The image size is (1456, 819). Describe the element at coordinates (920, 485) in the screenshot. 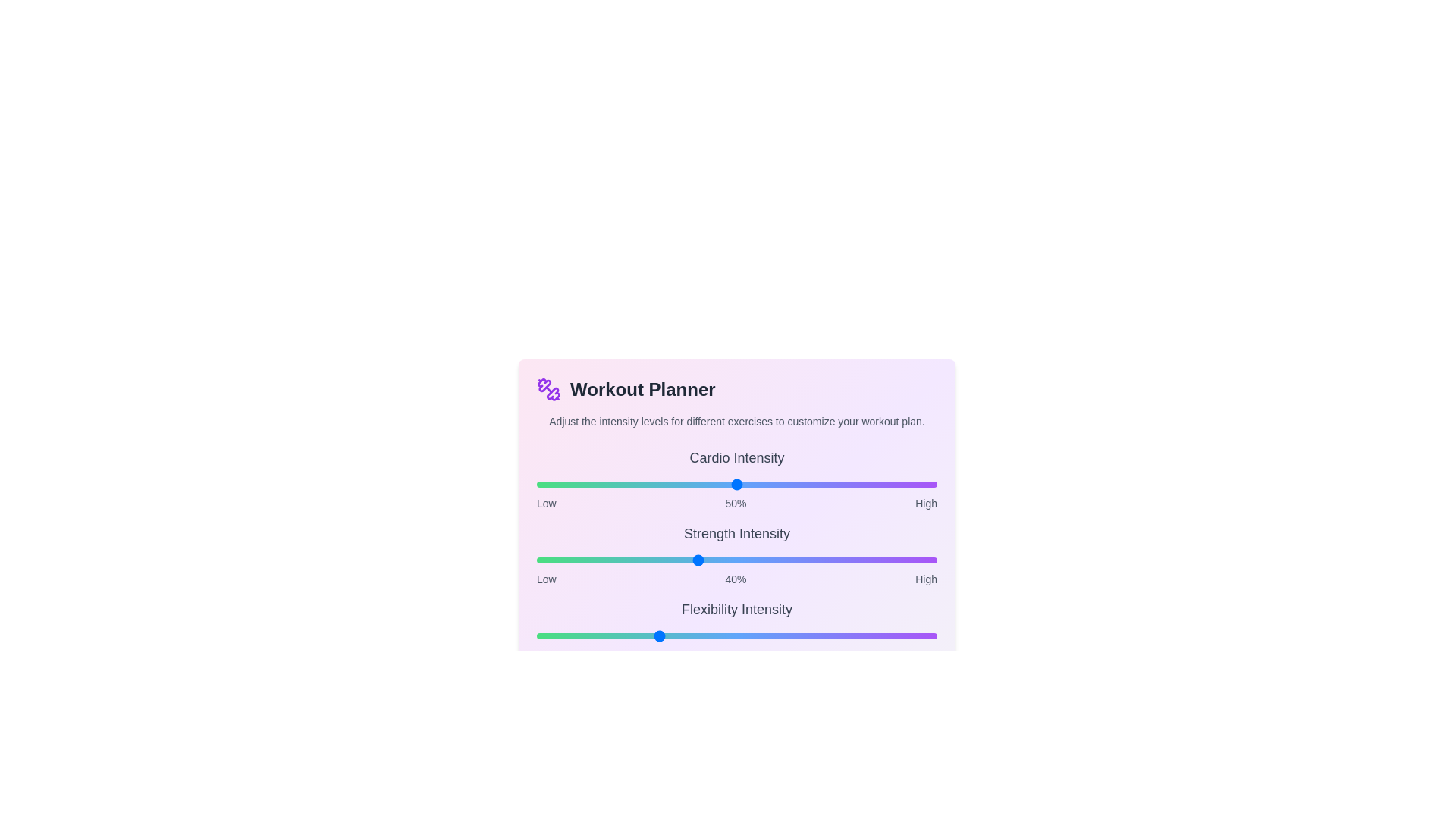

I see `the intensity of the 0 slider to 96%` at that location.